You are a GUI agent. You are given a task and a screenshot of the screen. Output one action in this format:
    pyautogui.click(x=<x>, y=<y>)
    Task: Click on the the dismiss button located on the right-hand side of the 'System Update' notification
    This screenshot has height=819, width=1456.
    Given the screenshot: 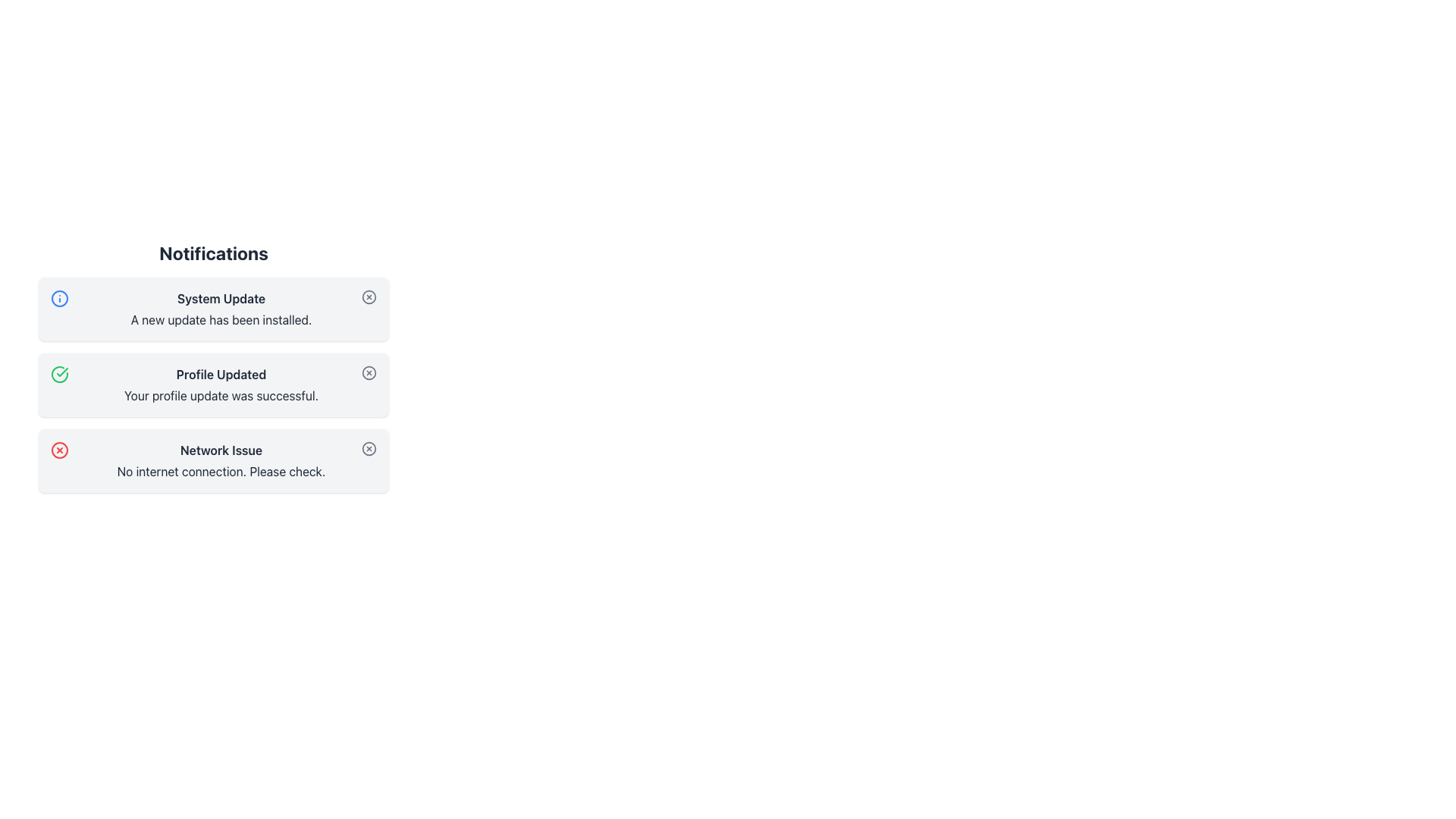 What is the action you would take?
    pyautogui.click(x=369, y=297)
    